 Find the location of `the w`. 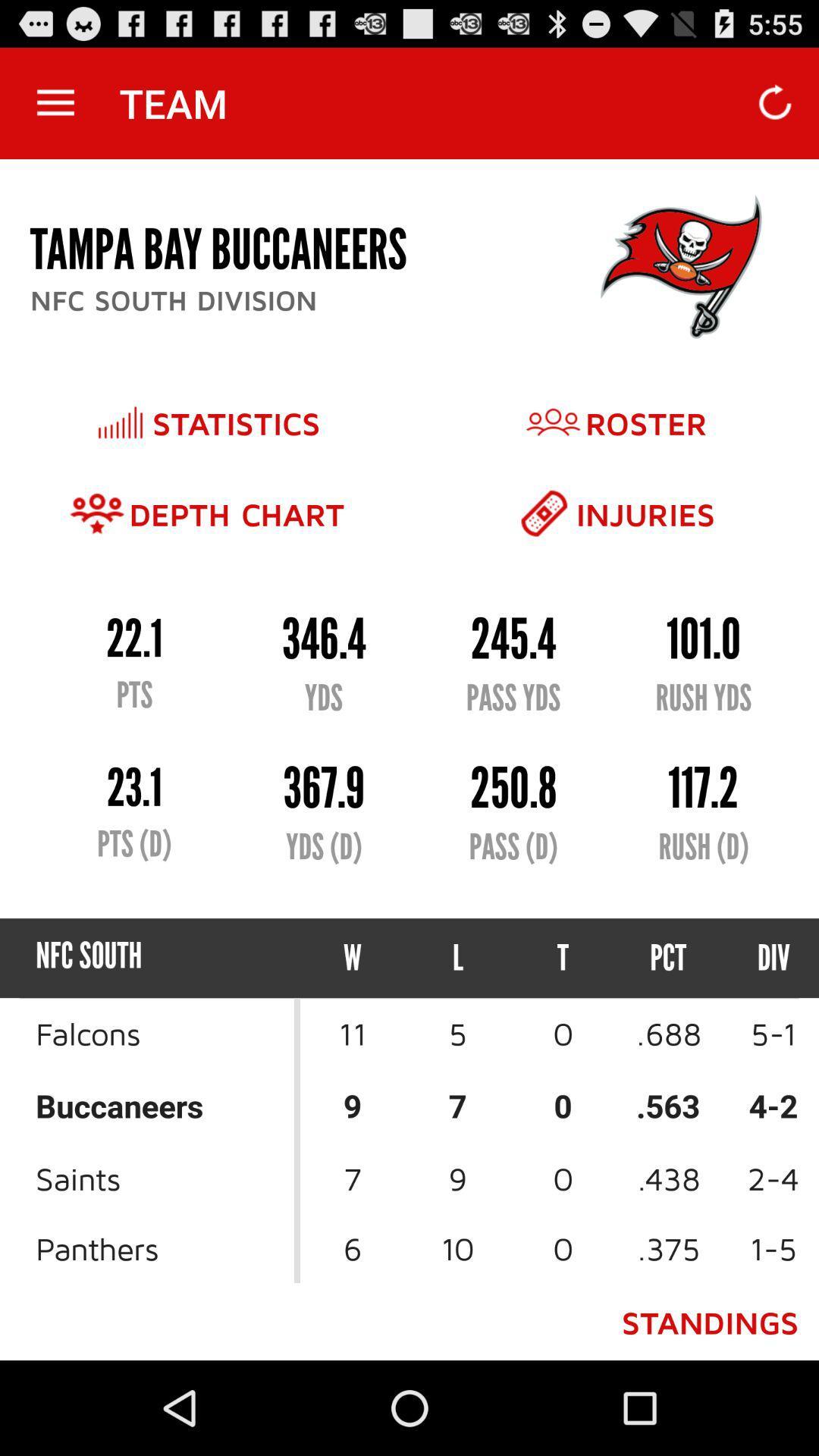

the w is located at coordinates (353, 957).